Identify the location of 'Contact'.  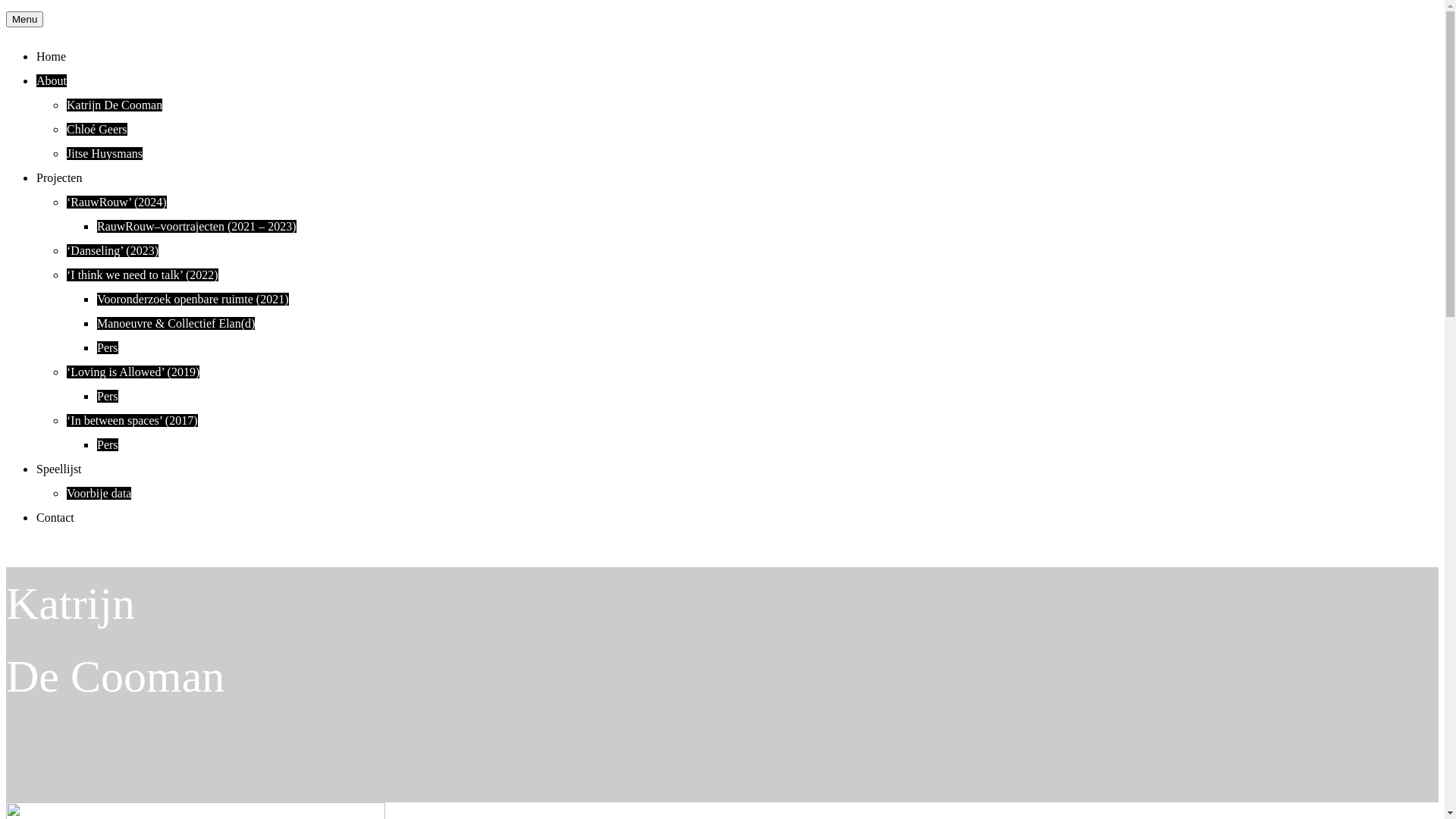
(55, 516).